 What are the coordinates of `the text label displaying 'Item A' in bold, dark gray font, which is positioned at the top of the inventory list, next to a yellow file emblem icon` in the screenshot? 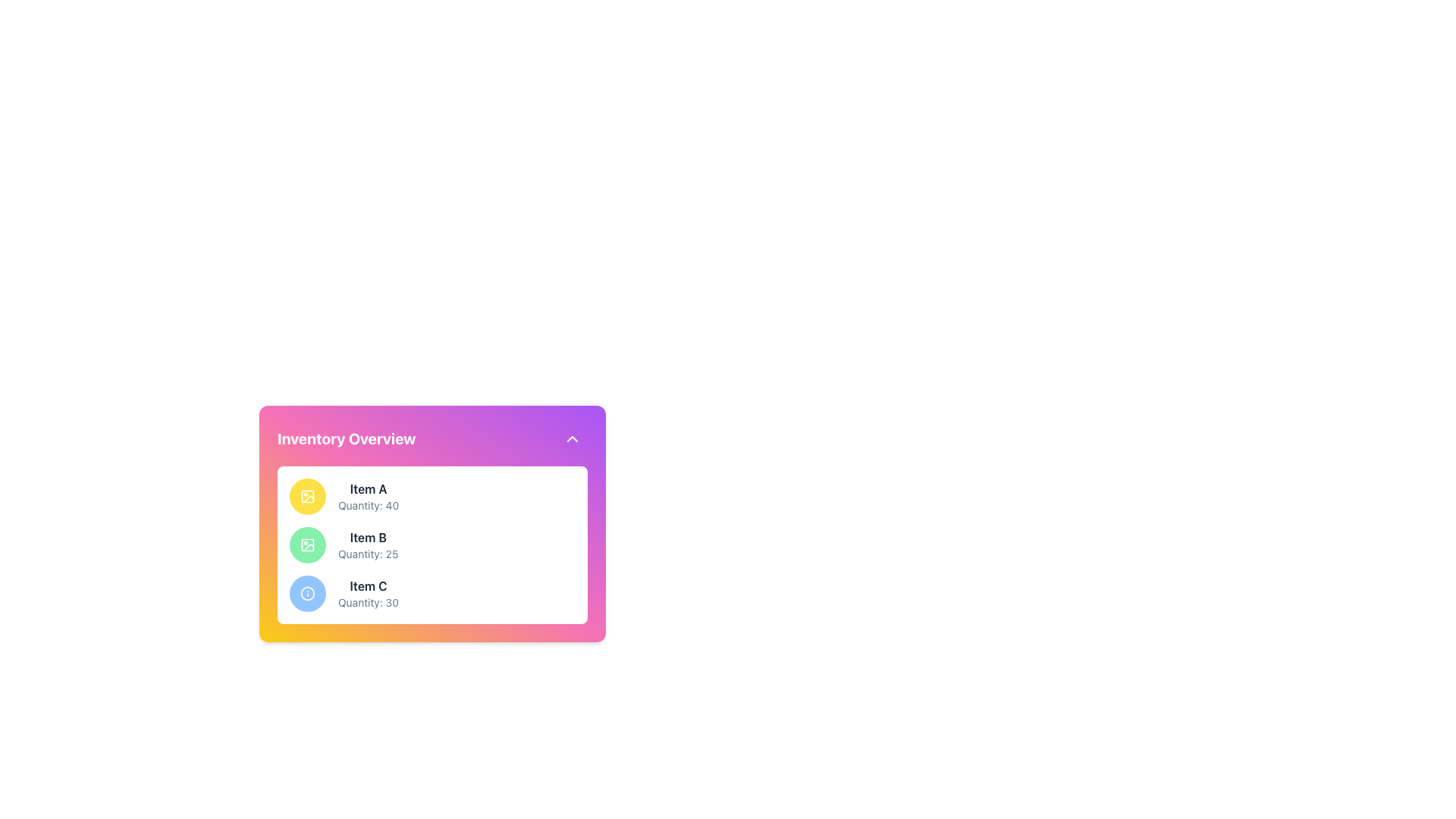 It's located at (369, 488).